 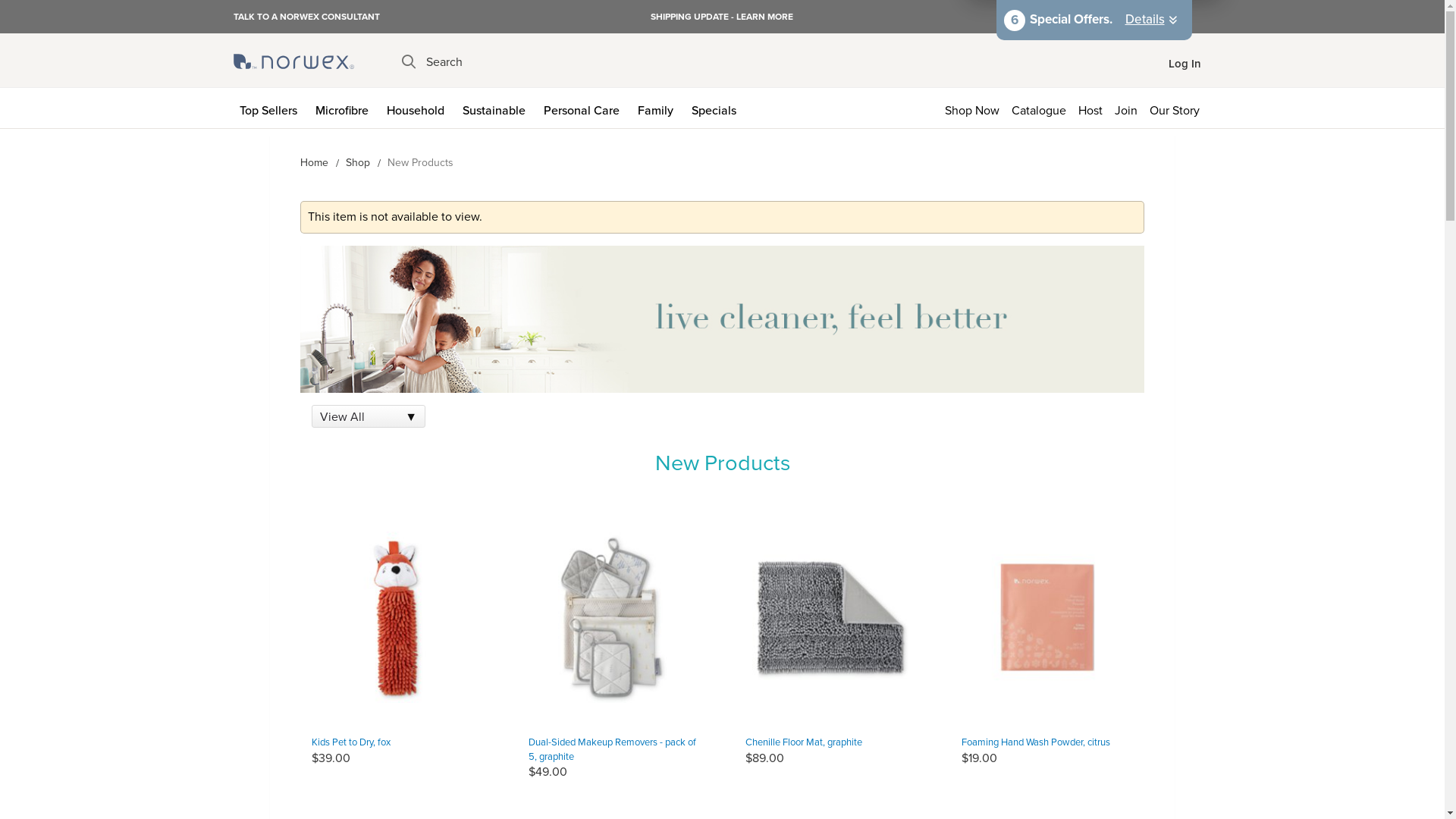 I want to click on 'Family', so click(x=657, y=107).